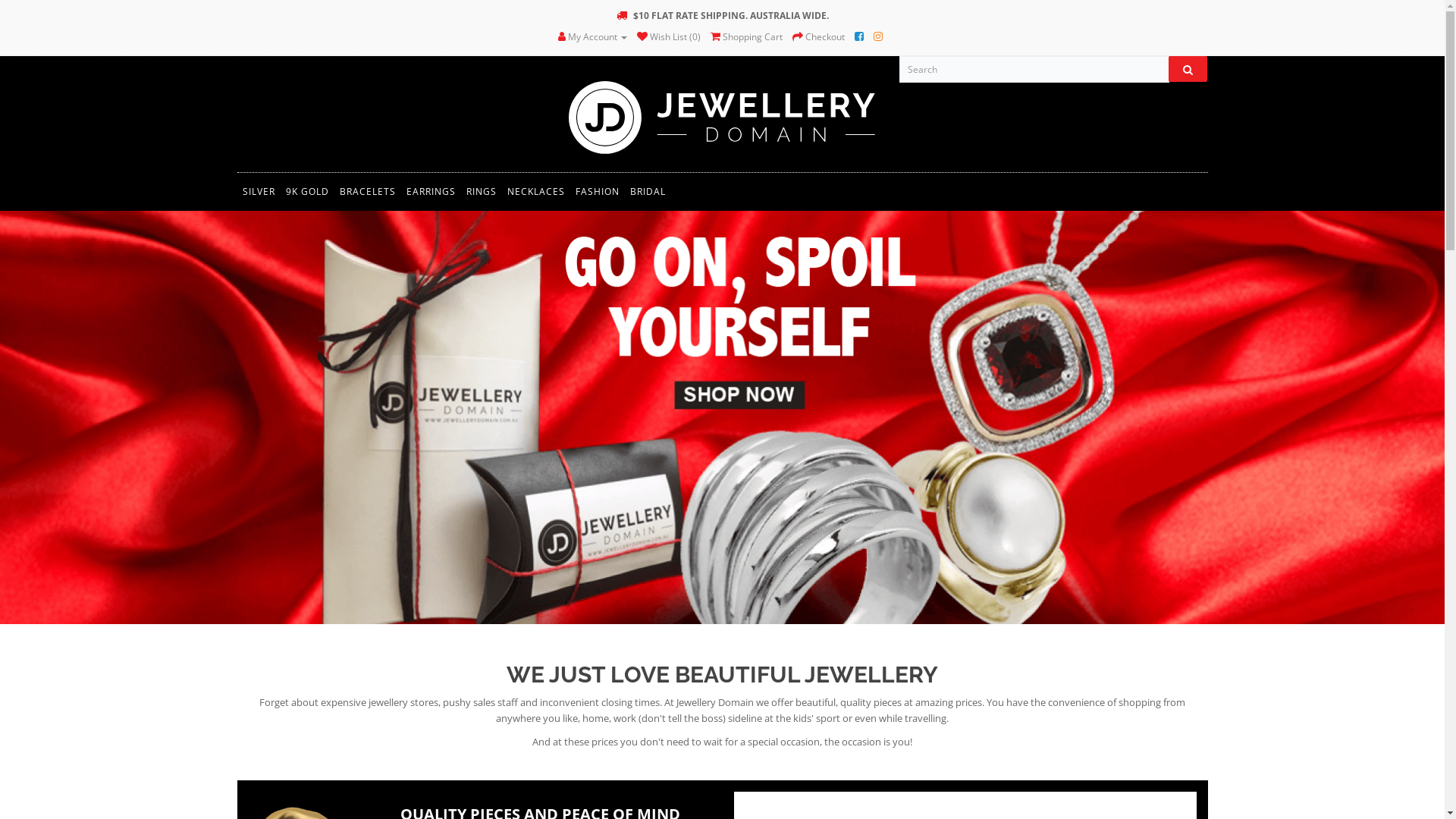 Image resolution: width=1456 pixels, height=819 pixels. I want to click on 'BRIDAL', so click(648, 191).